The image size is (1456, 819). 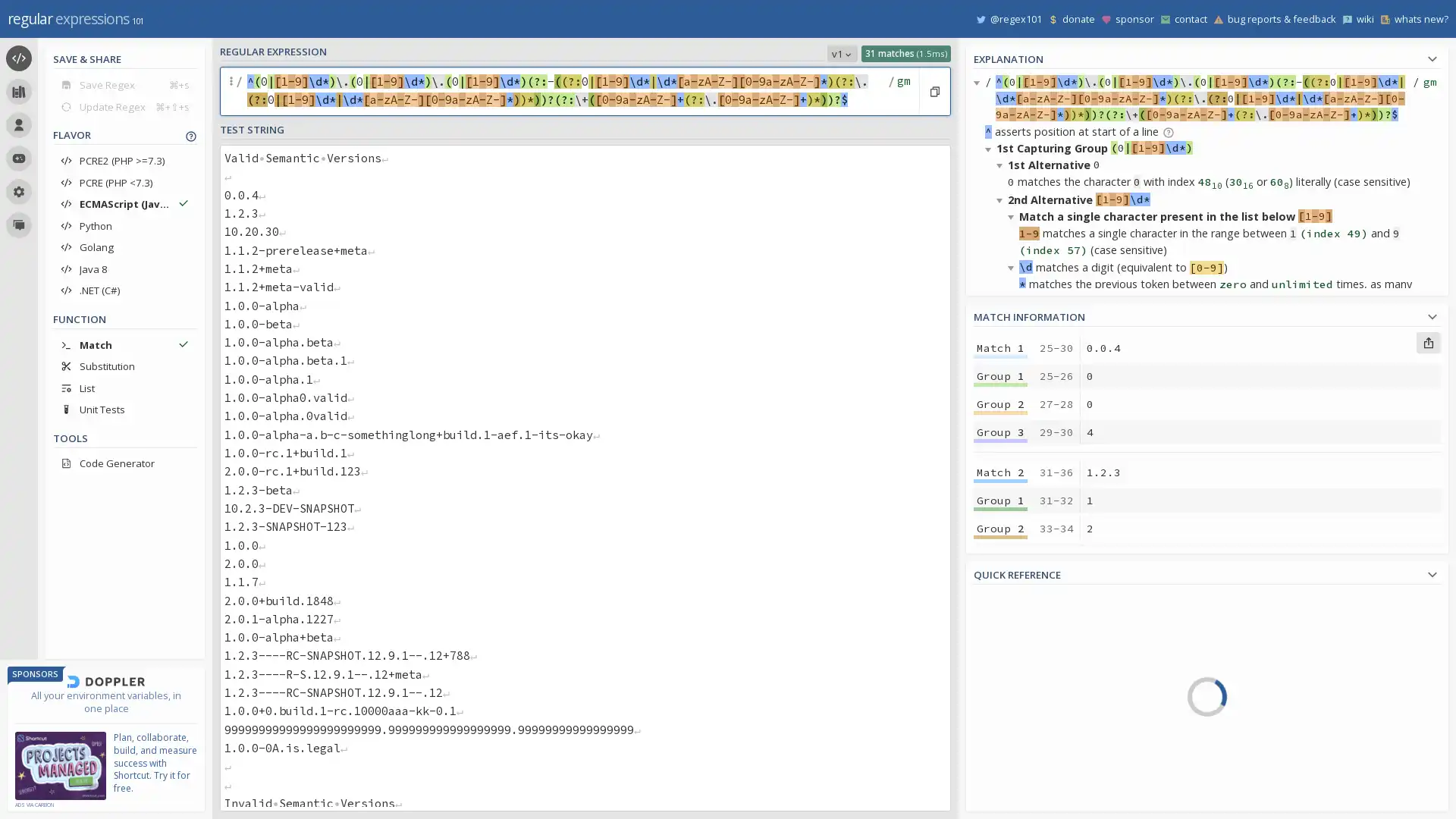 What do you see at coordinates (1044, 759) in the screenshot?
I see `Group Constructs` at bounding box center [1044, 759].